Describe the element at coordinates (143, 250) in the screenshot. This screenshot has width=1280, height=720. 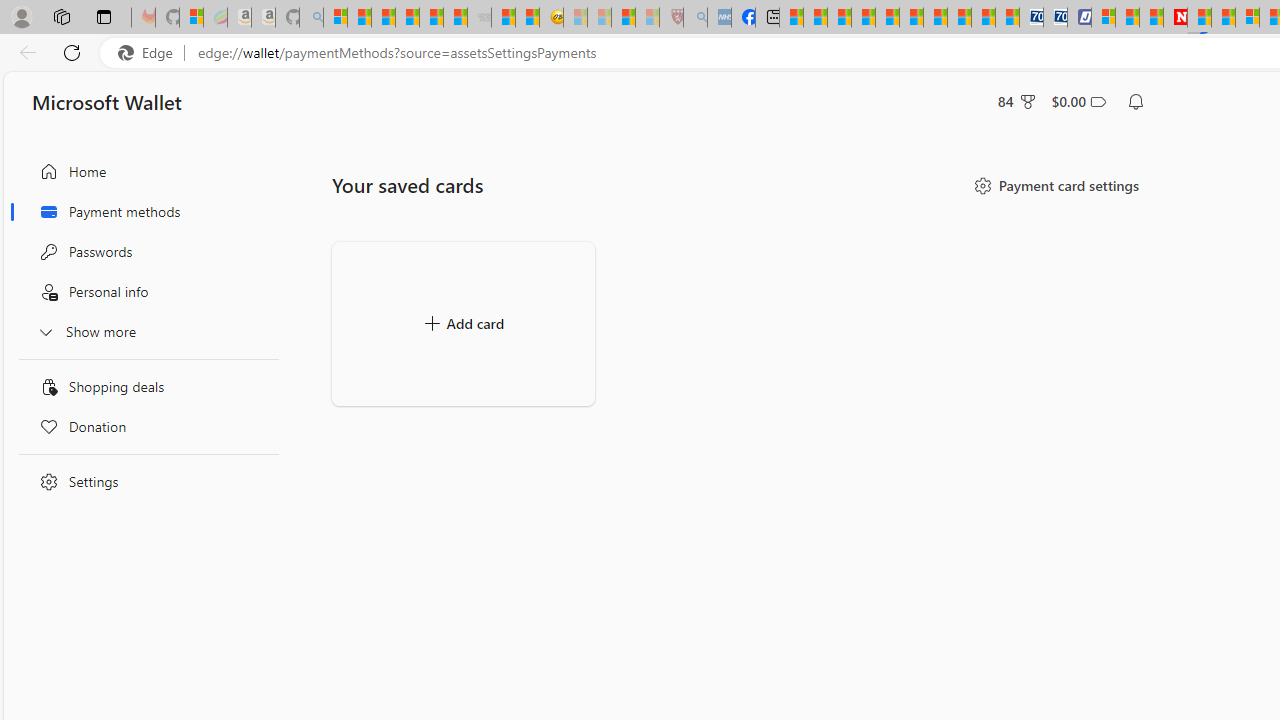
I see `'Passwords'` at that location.